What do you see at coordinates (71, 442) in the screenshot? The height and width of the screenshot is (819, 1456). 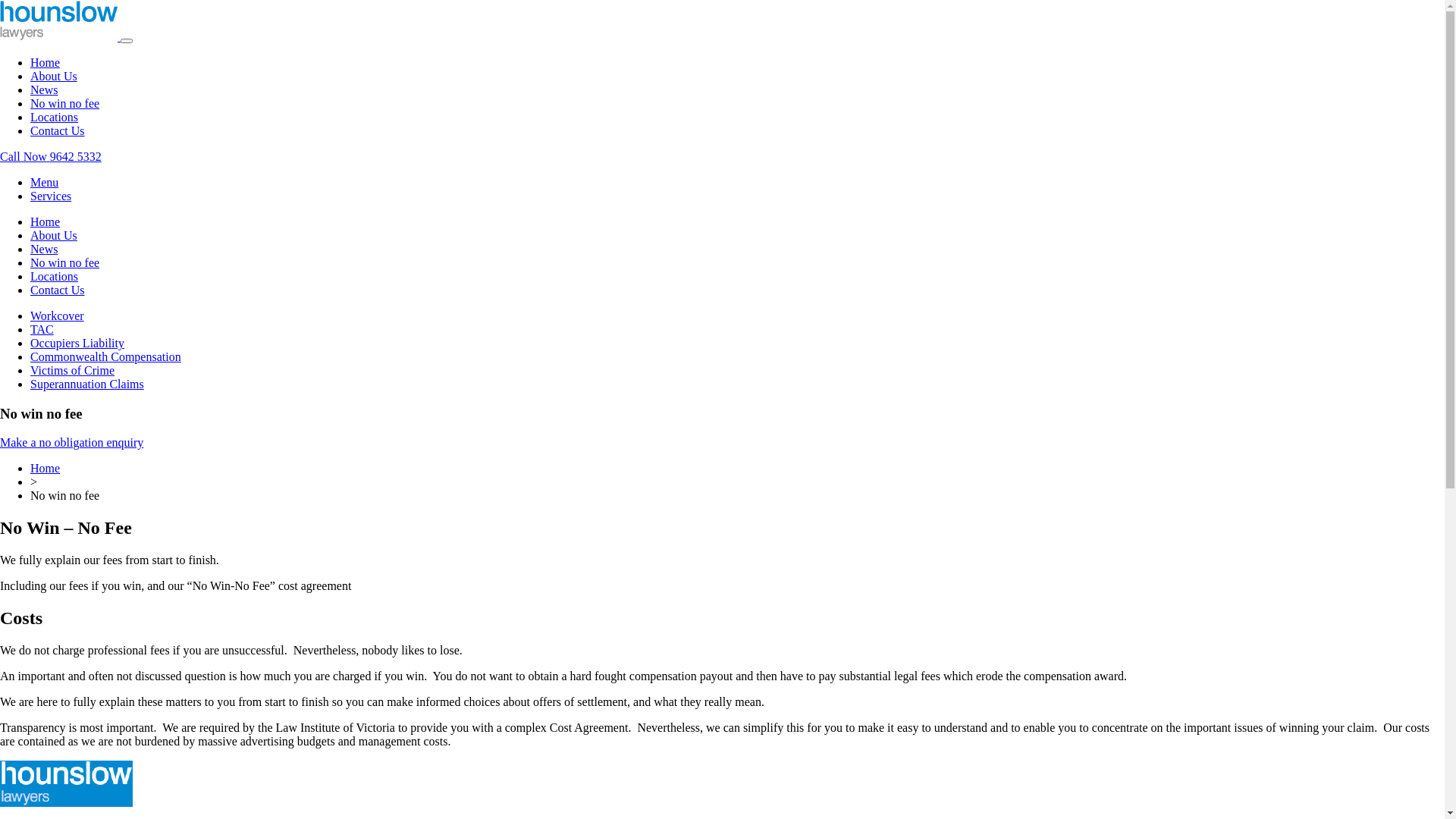 I see `'Make a no obligation enquiry'` at bounding box center [71, 442].